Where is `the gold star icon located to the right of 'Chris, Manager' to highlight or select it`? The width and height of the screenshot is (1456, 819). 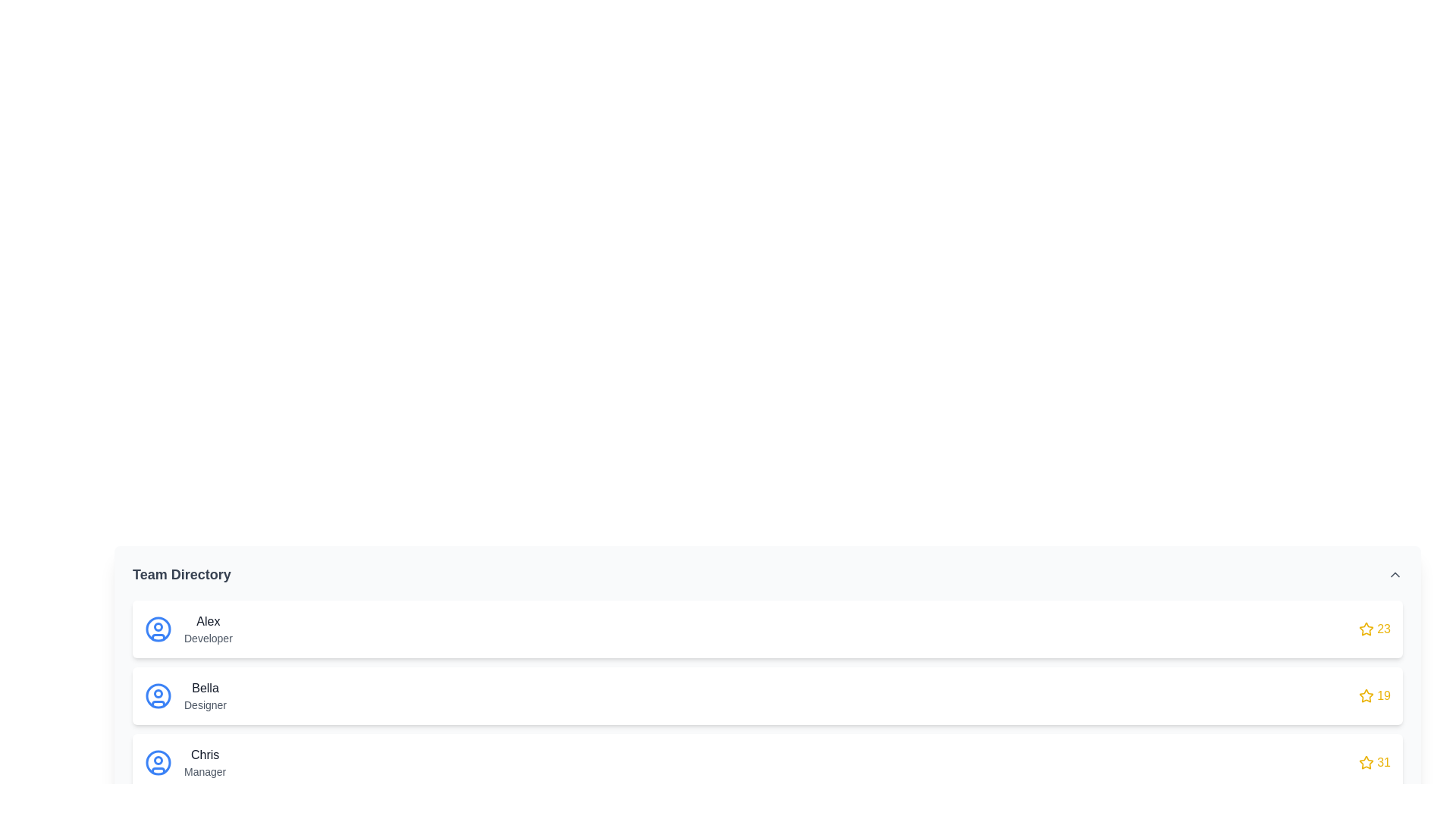 the gold star icon located to the right of 'Chris, Manager' to highlight or select it is located at coordinates (1367, 762).